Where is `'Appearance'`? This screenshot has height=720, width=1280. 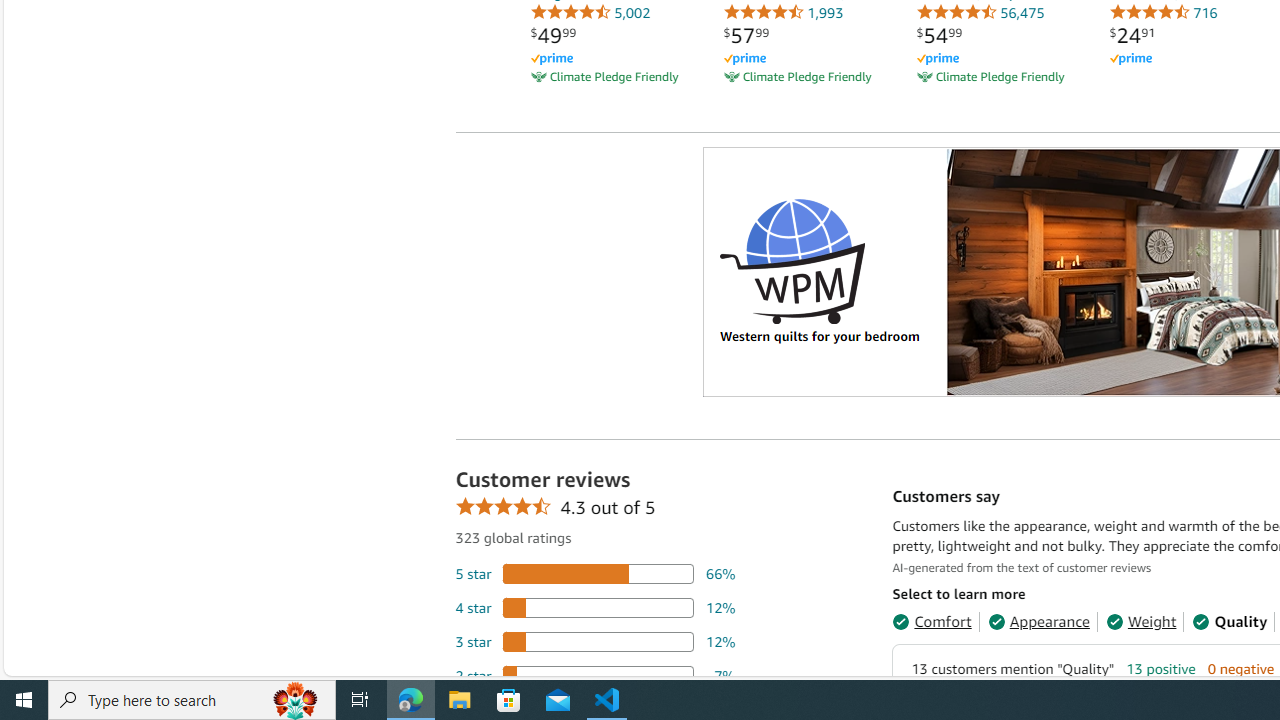
'Appearance' is located at coordinates (1038, 620).